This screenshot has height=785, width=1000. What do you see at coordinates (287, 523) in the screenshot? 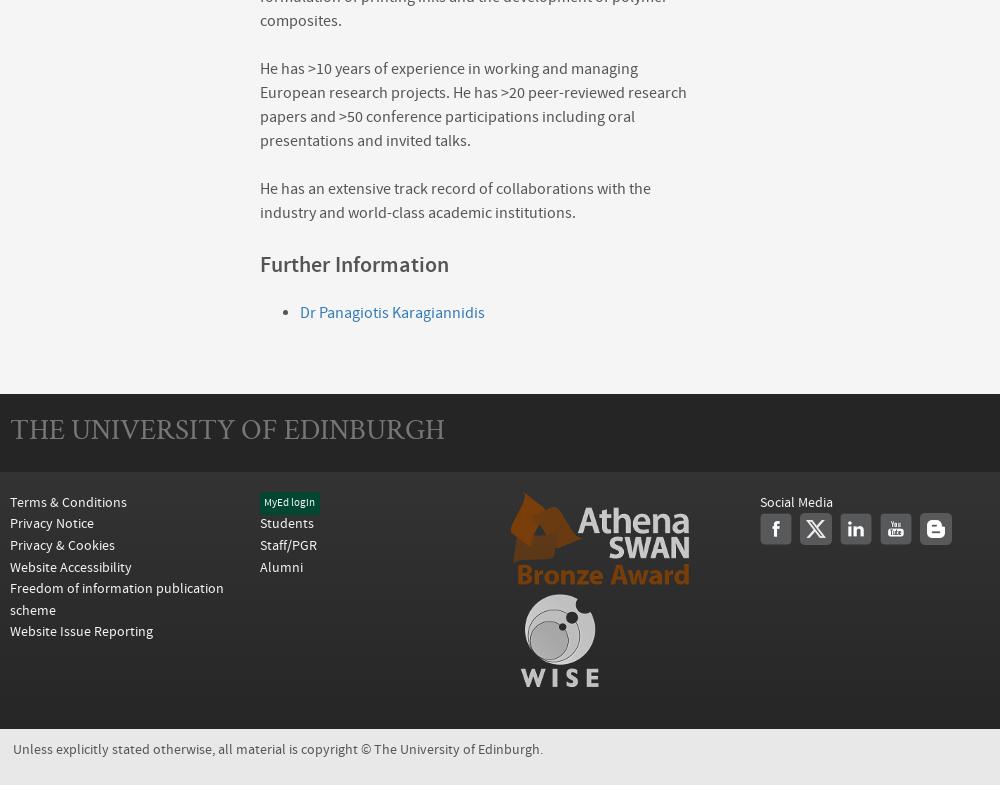
I see `'Students'` at bounding box center [287, 523].